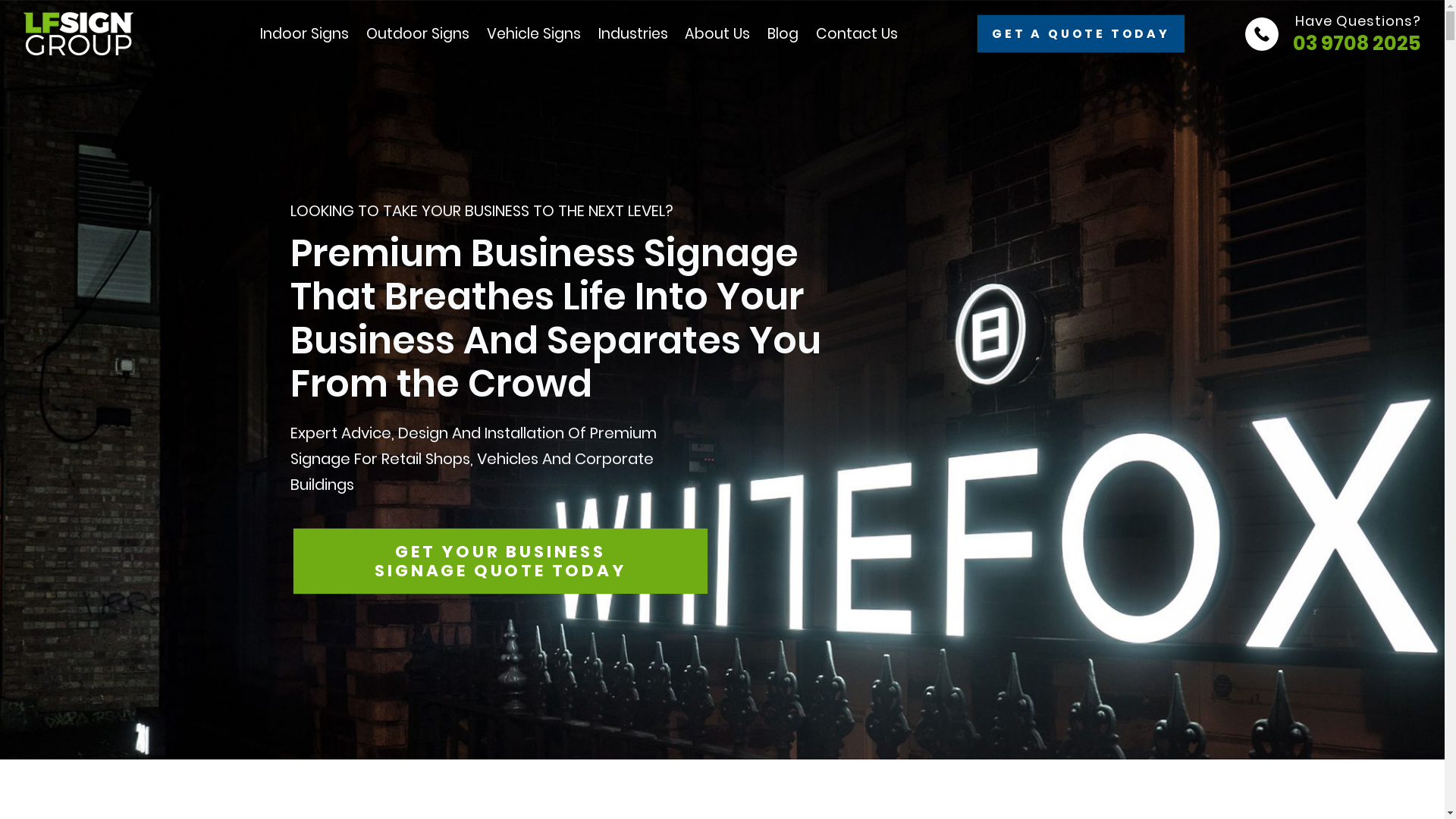 This screenshot has height=819, width=1456. Describe the element at coordinates (783, 33) in the screenshot. I see `'Blog'` at that location.